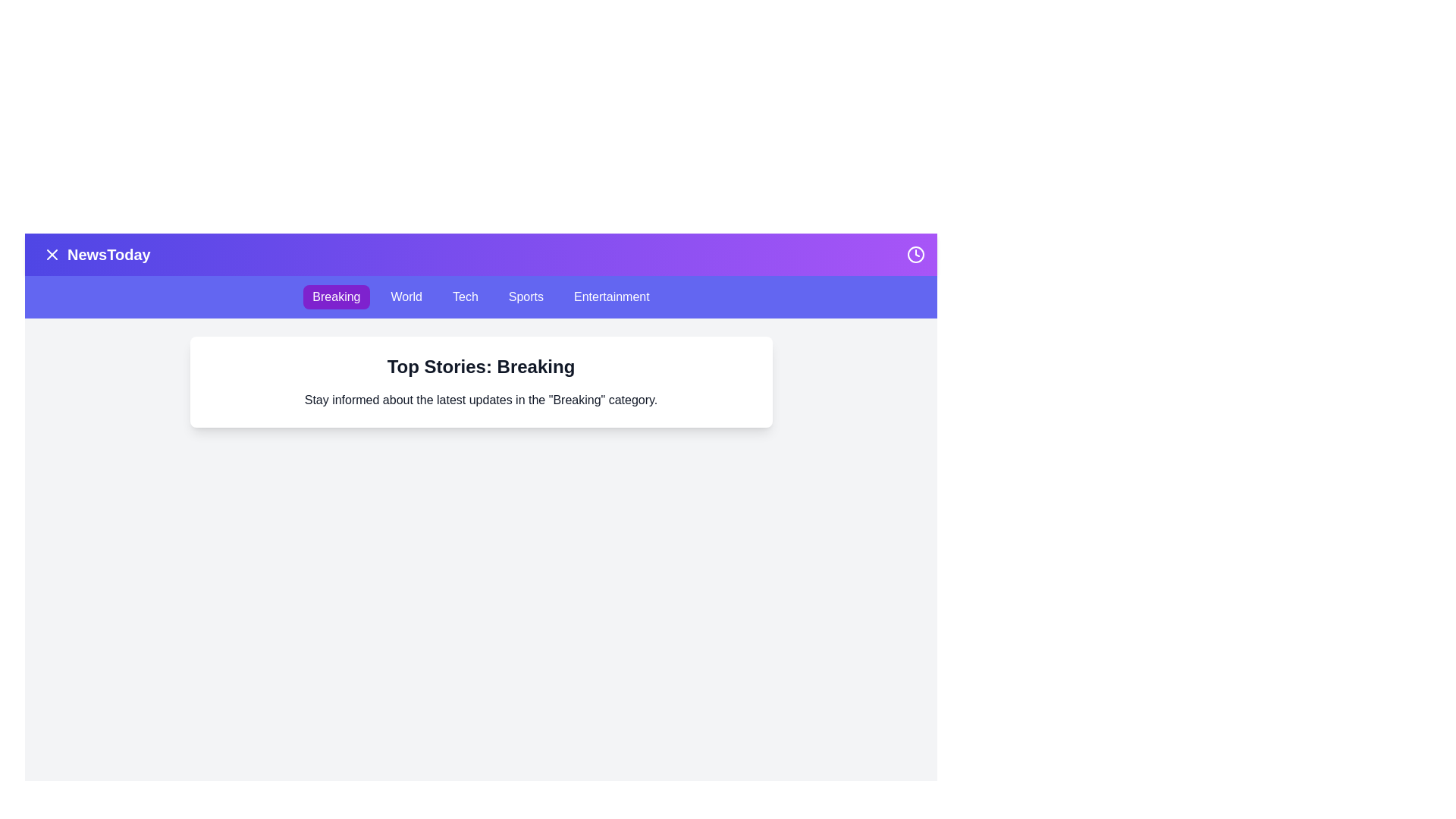 This screenshot has width=1456, height=819. I want to click on the category Breaking from the navigation bar, so click(335, 297).